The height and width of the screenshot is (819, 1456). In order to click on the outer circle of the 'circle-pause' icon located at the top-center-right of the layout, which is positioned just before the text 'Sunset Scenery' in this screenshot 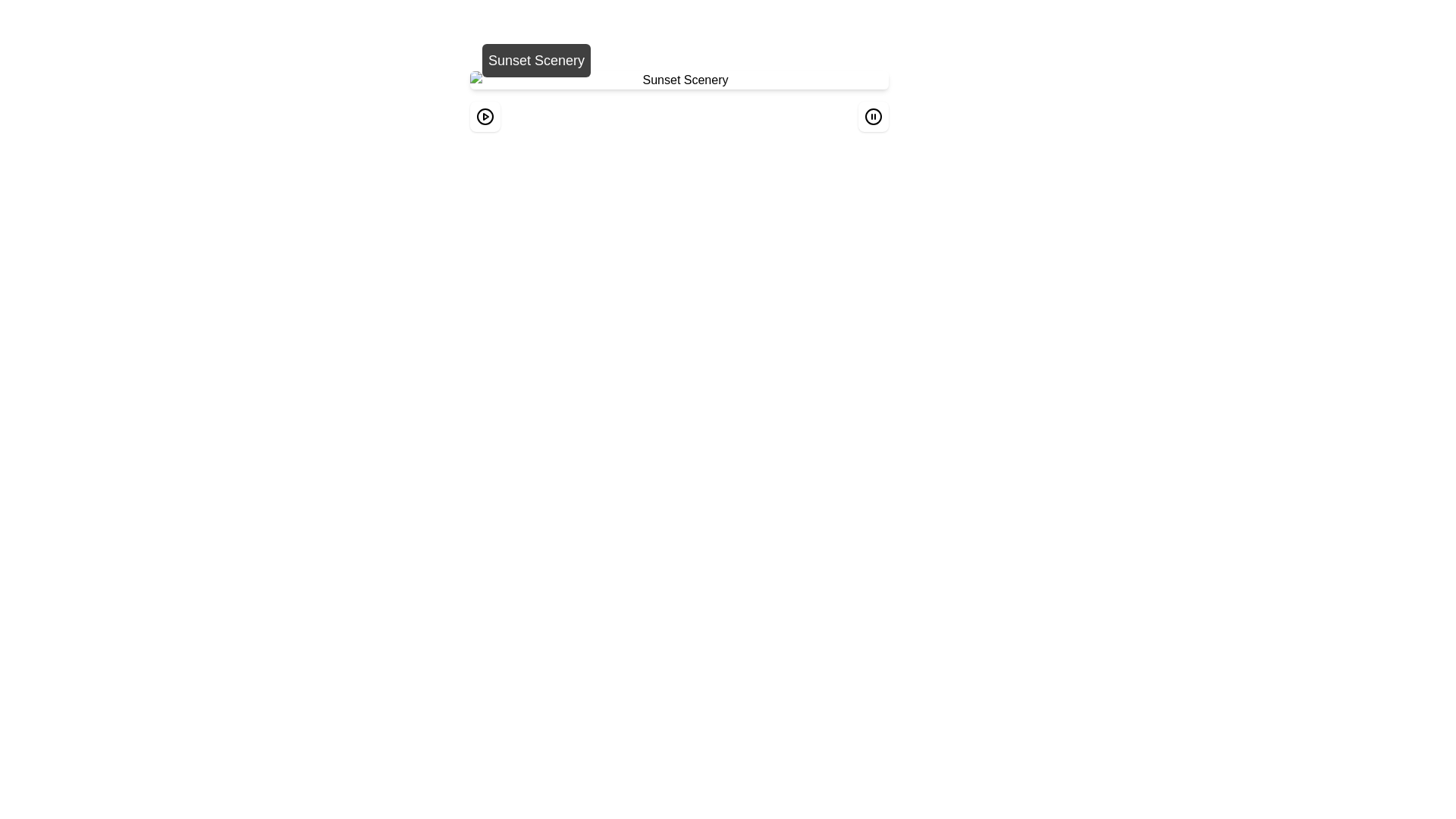, I will do `click(874, 116)`.